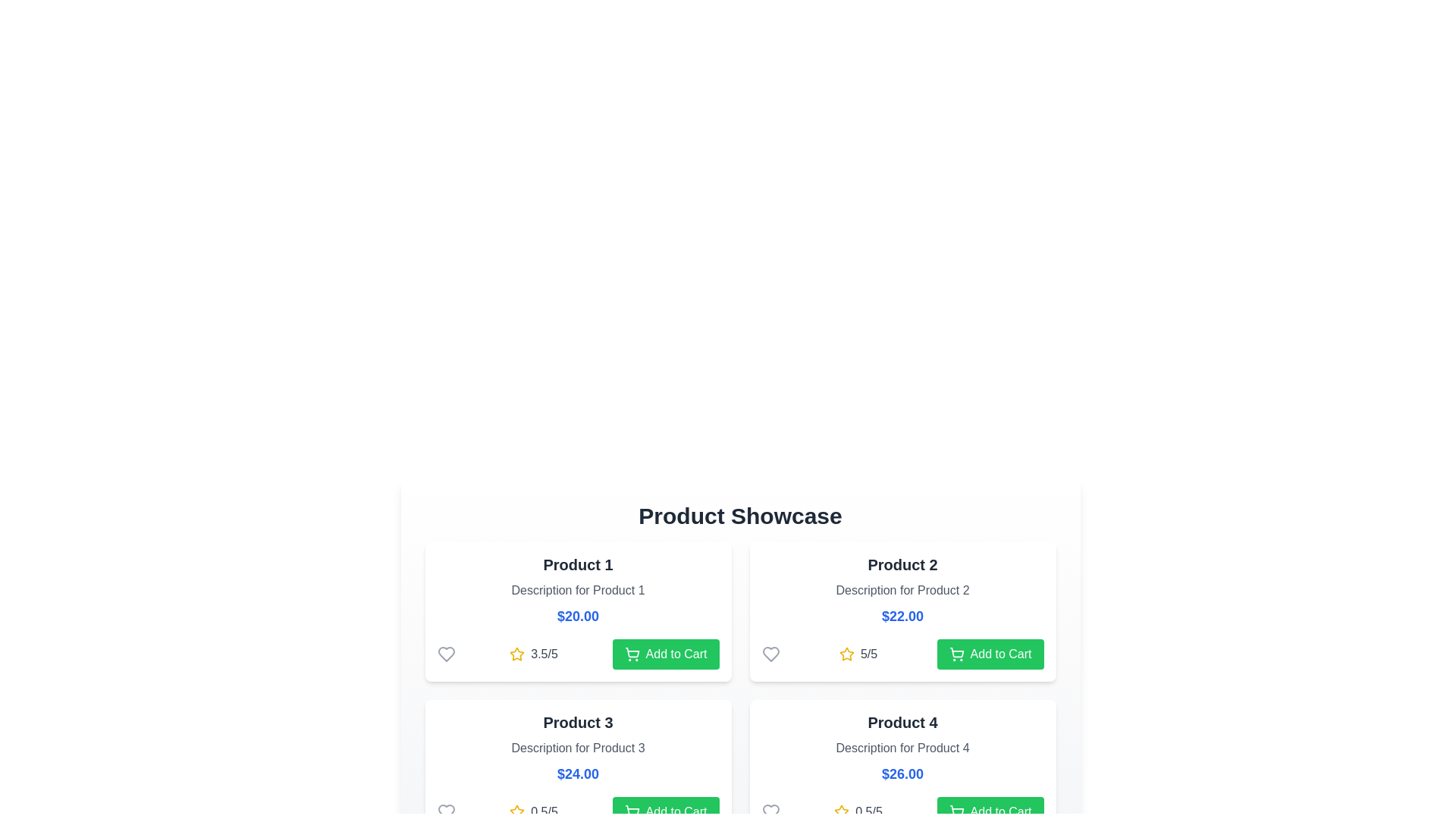 This screenshot has width=1456, height=819. I want to click on the rating display consisting of a yellow outlined star icon followed by the text '5/5' in gray, located in the second product card under 'Product 2', to inspect rating details, so click(858, 654).